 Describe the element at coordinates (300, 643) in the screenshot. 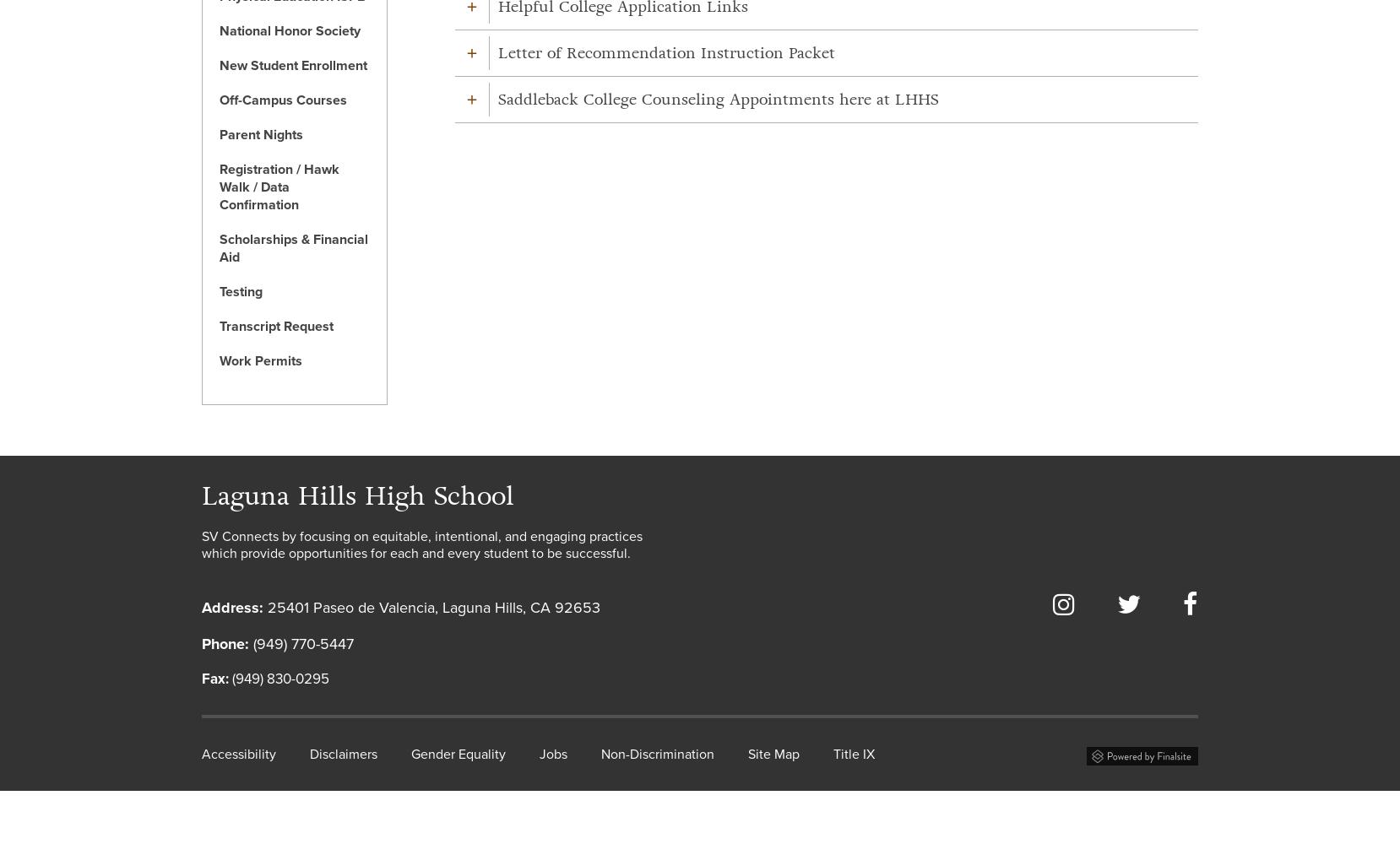

I see `'(949) 770-5447'` at that location.